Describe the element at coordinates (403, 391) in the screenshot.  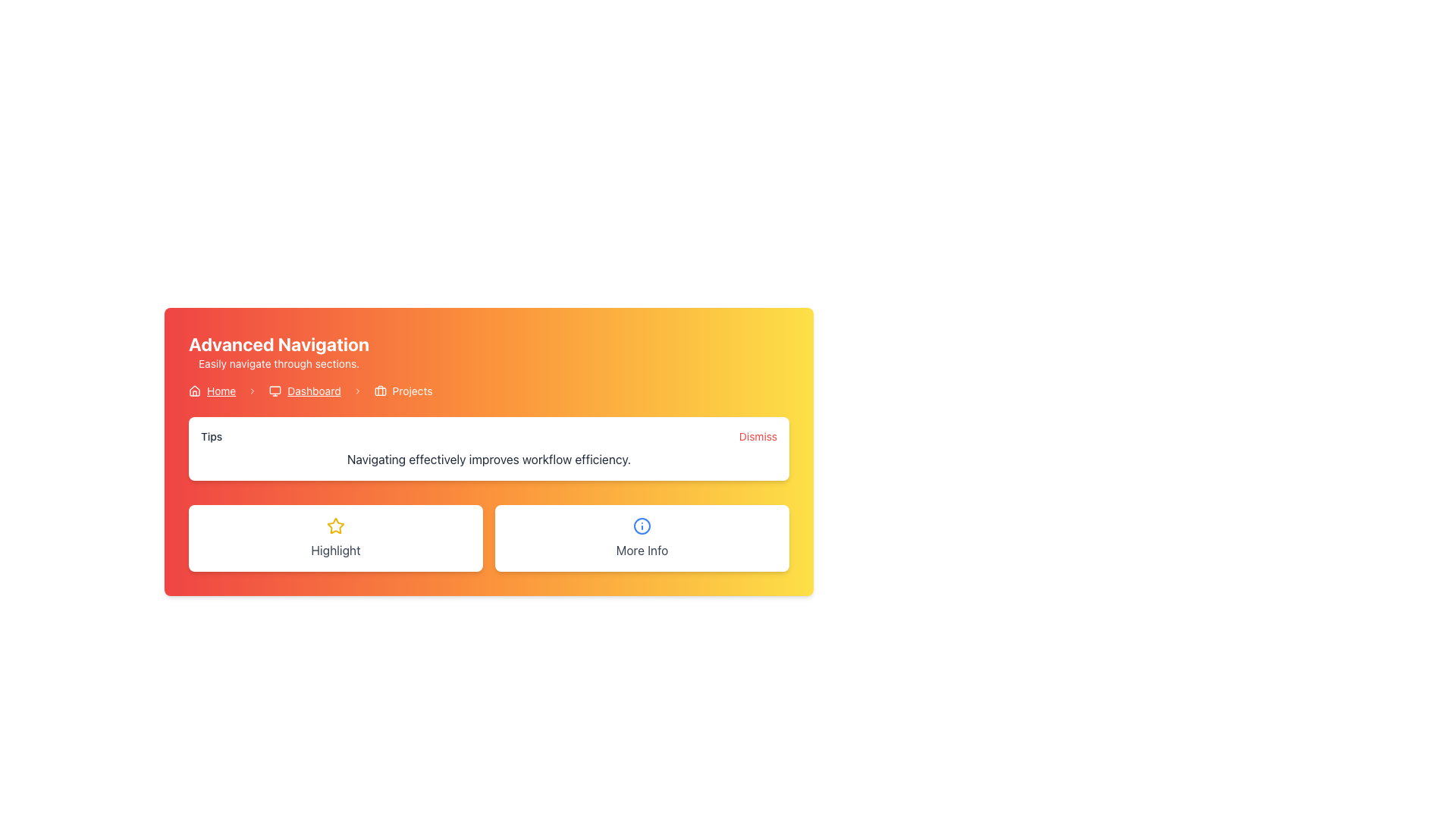
I see `the 'Projects' breadcrumb link, which is the third item in the breadcrumb navigation bar and is styled with a bold font and a briefcase icon` at that location.